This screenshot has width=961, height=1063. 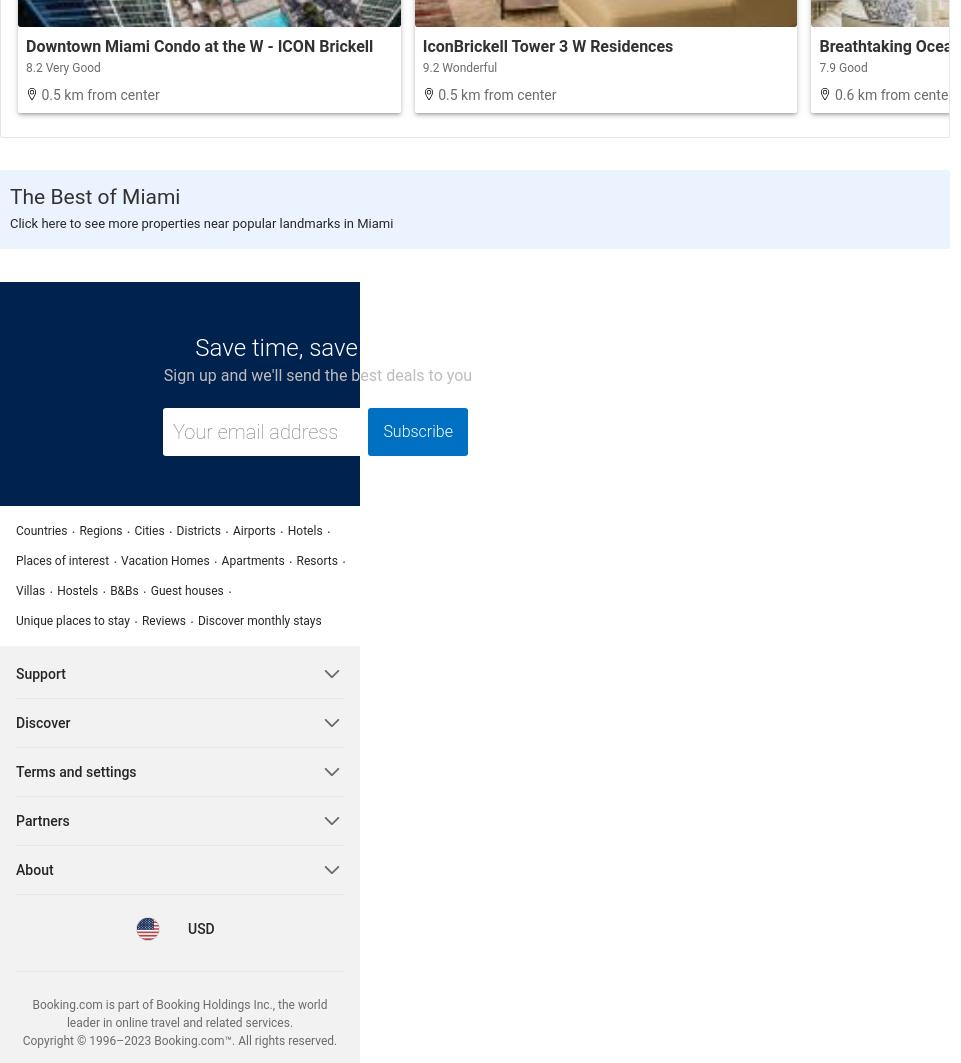 What do you see at coordinates (458, 68) in the screenshot?
I see `'9.2 Wonderful'` at bounding box center [458, 68].